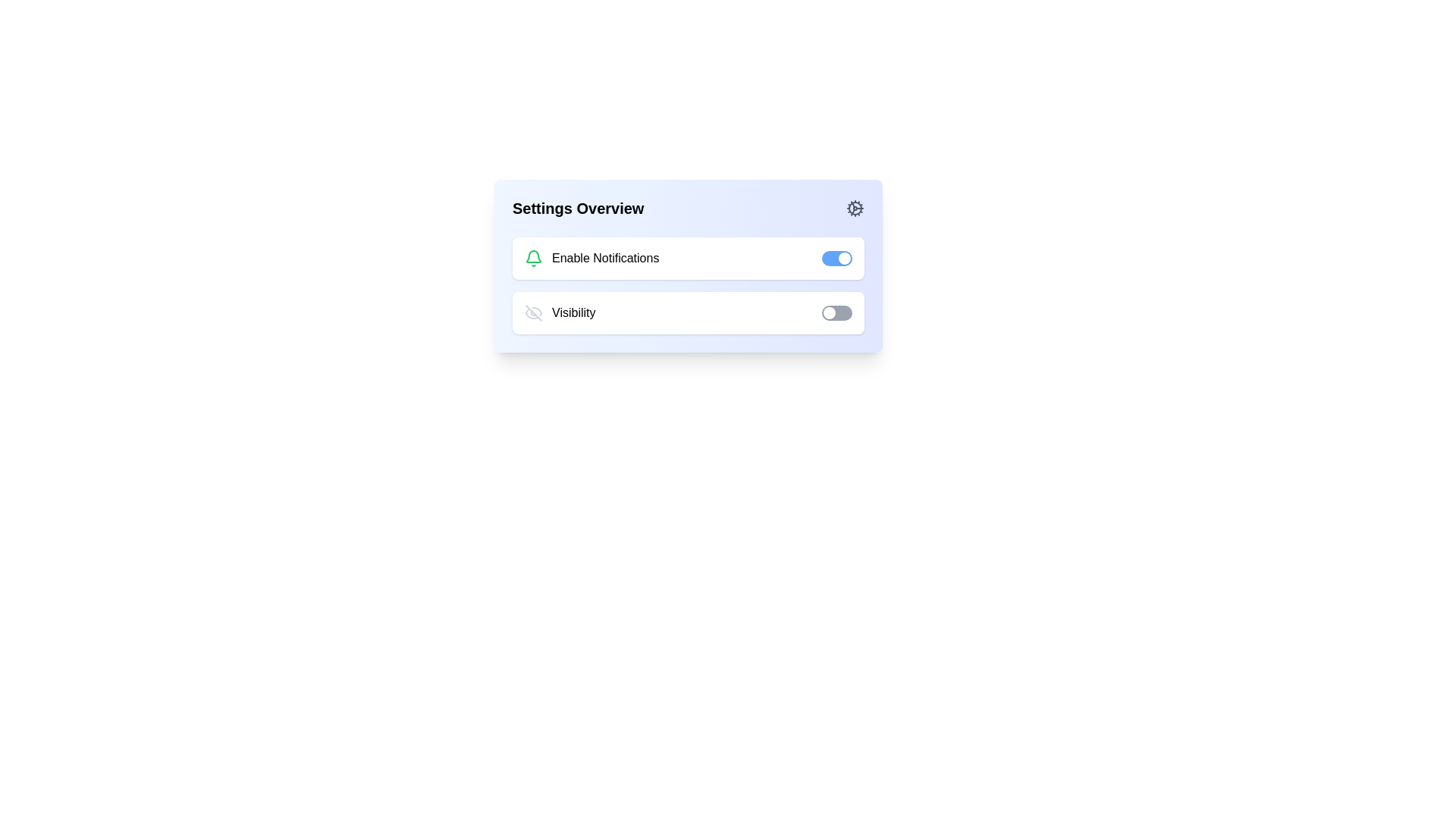 The width and height of the screenshot is (1456, 819). Describe the element at coordinates (790, 257) in the screenshot. I see `the circular thumb of the toggle switch from the right end` at that location.